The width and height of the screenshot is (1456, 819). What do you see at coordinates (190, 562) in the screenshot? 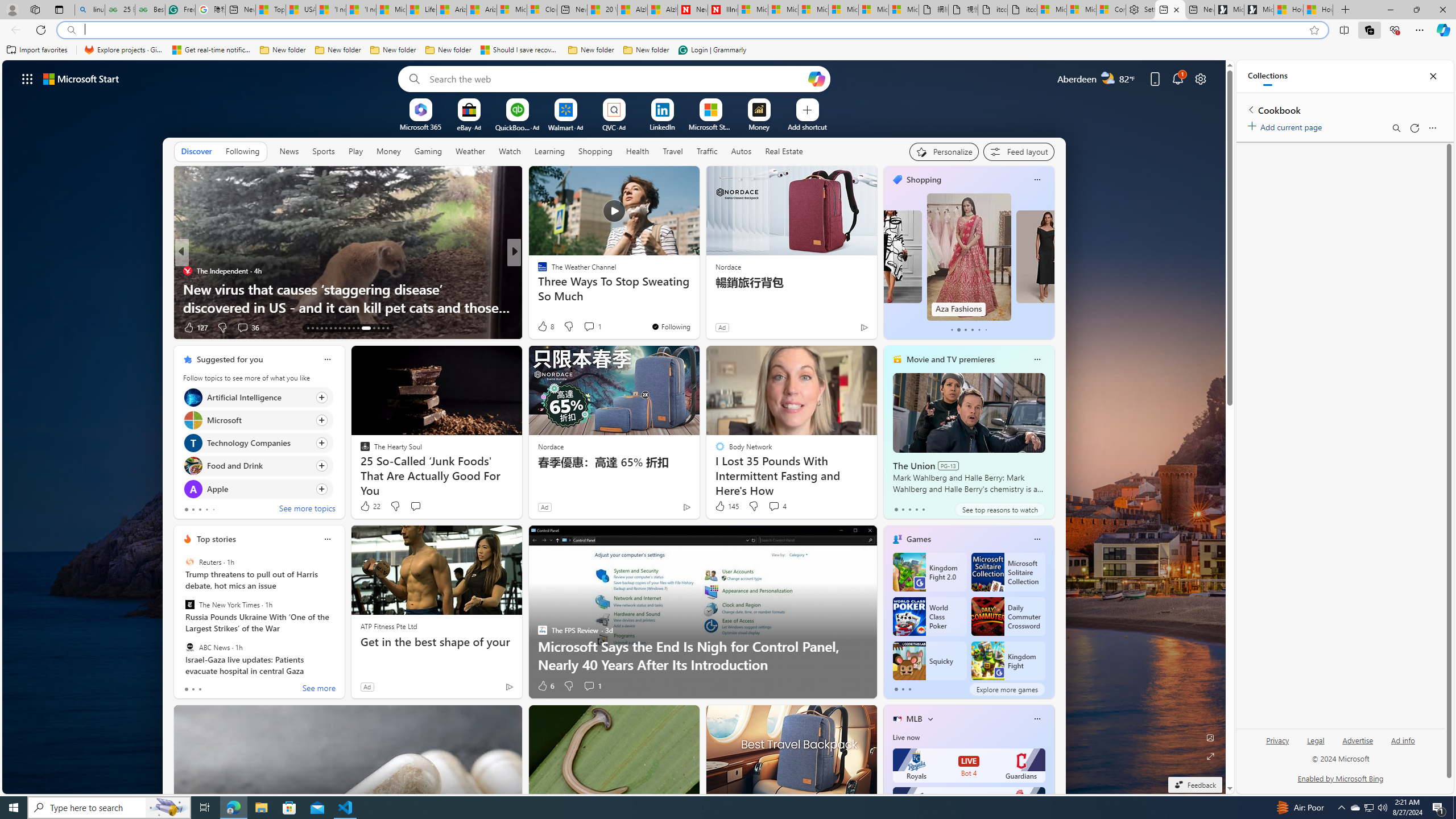
I see `'Reuters'` at bounding box center [190, 562].